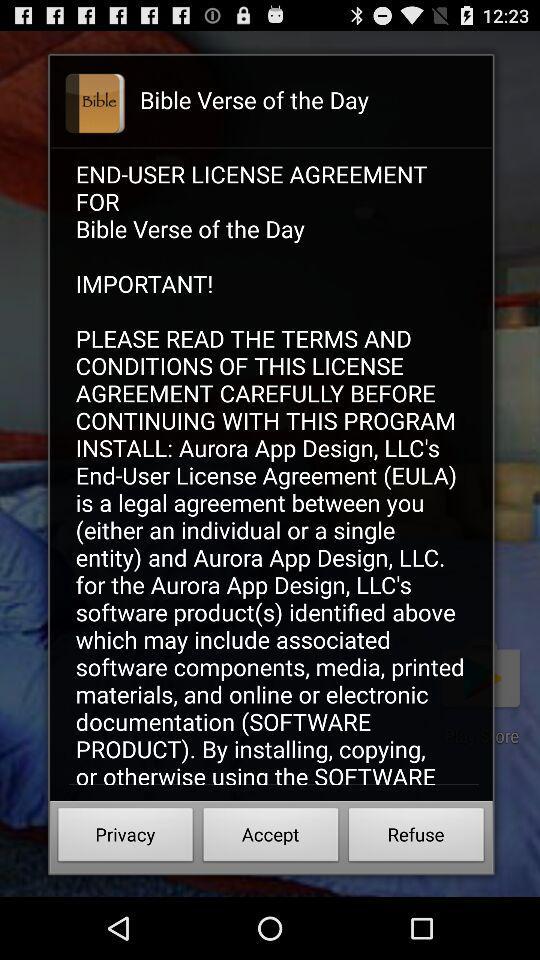  Describe the element at coordinates (125, 837) in the screenshot. I see `the privacy item` at that location.